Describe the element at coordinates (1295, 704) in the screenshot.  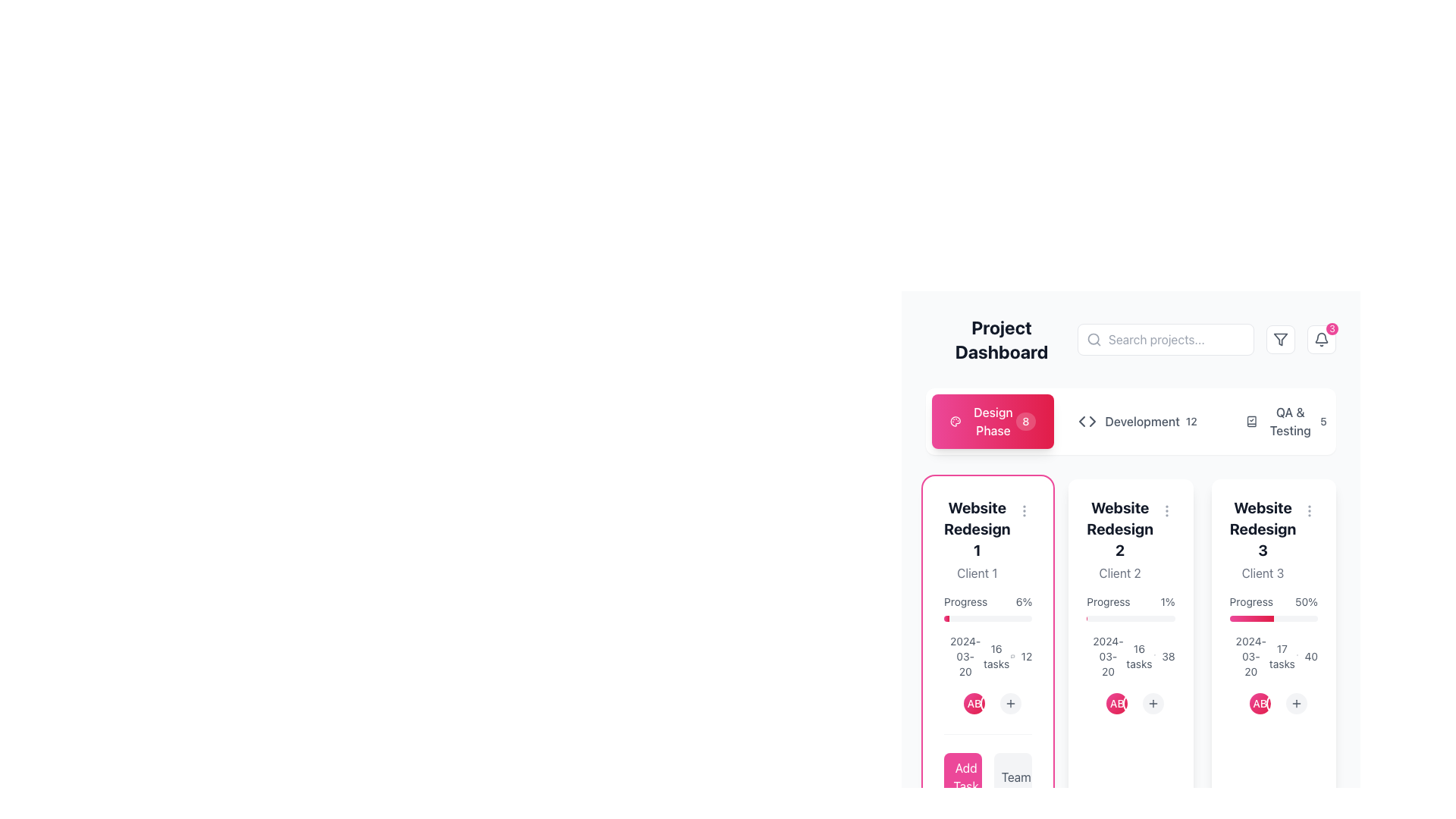
I see `the Add Button located in the bottom-right corner of the 'Website Redesign 3' card, which triggers the action to add a new item or task` at that location.